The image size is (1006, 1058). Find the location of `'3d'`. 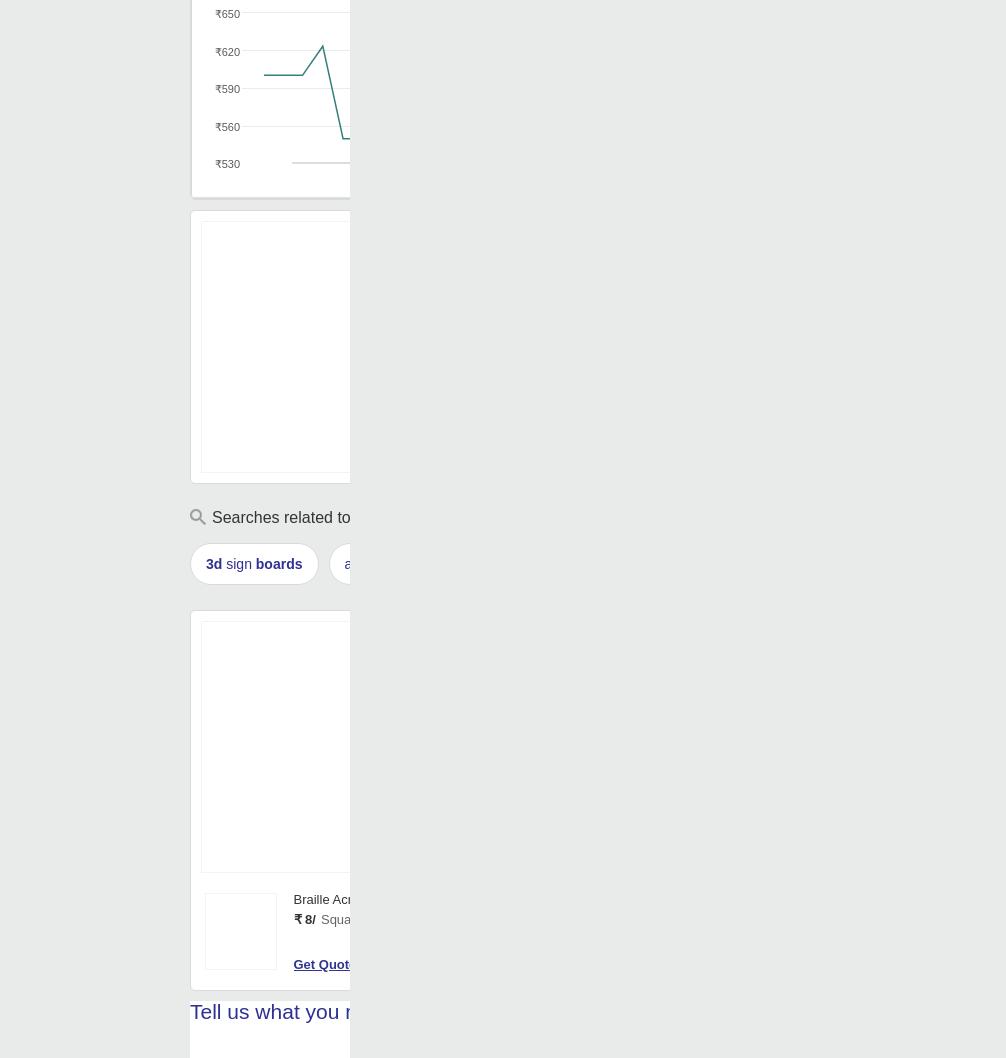

'3d' is located at coordinates (206, 564).